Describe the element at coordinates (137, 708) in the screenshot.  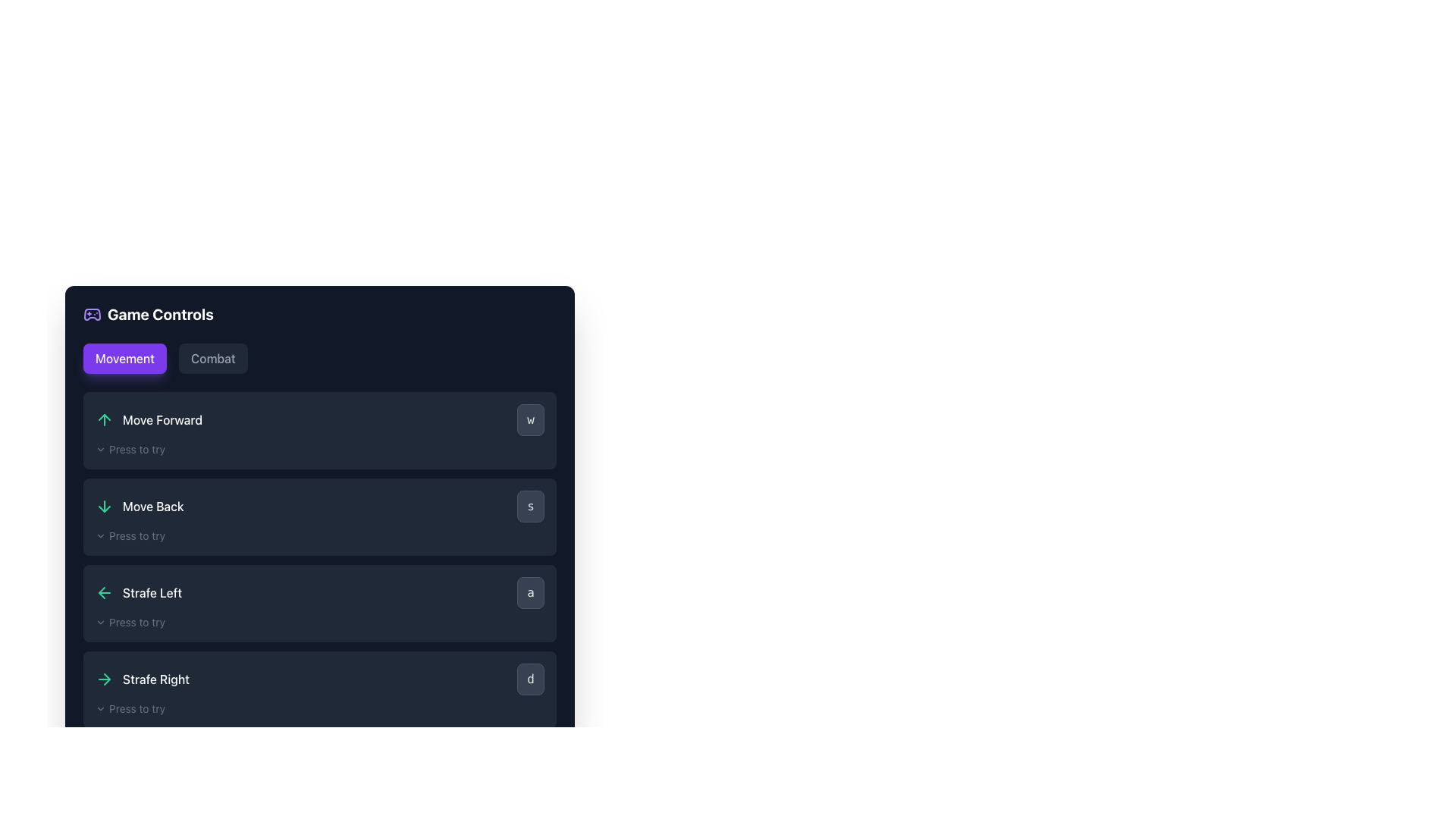
I see `the text label displaying 'Press to try' located underneath the 'Strafe Right' label within the 'Game Controls' interface` at that location.